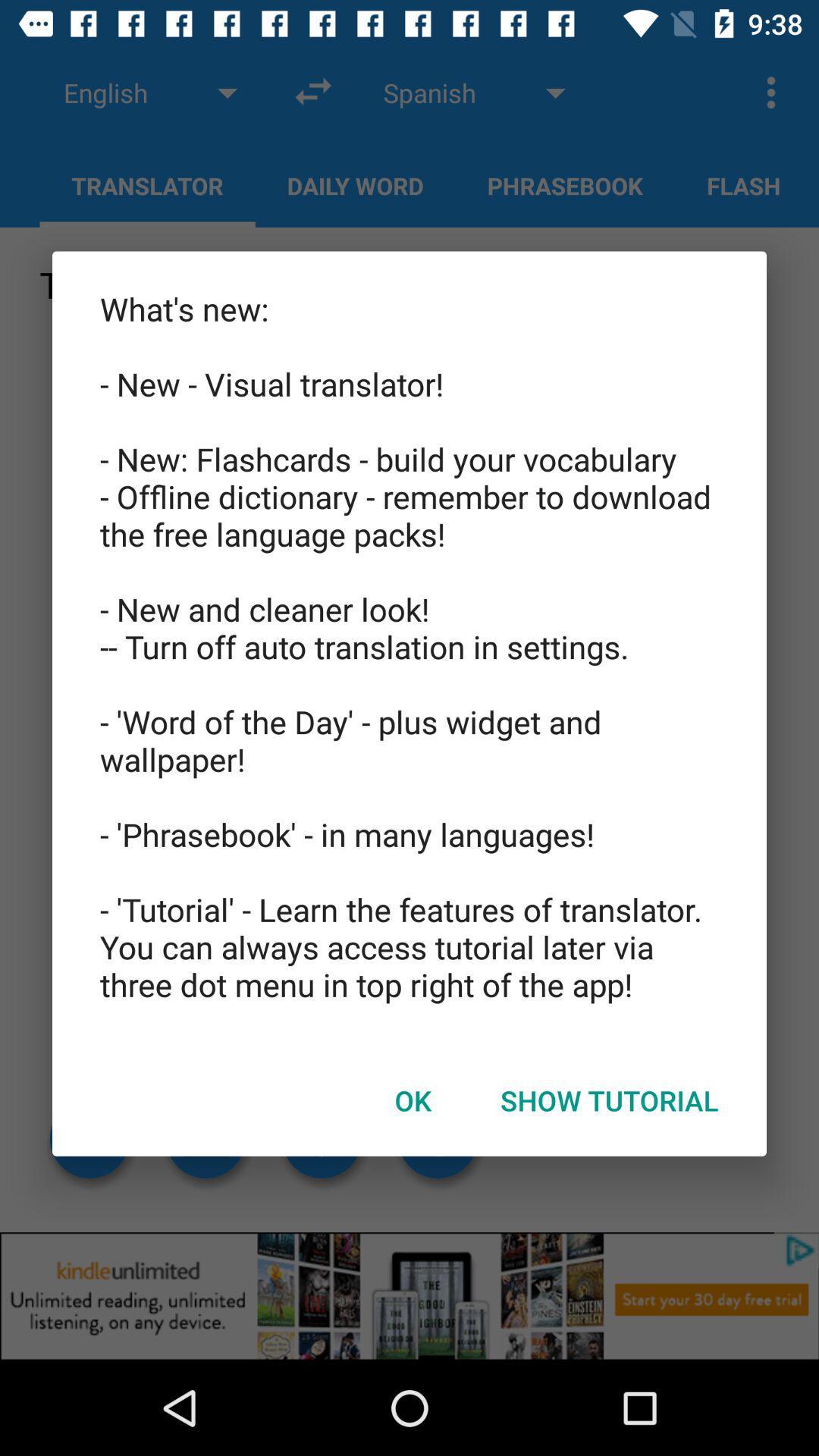  Describe the element at coordinates (608, 1100) in the screenshot. I see `icon next to the ok` at that location.